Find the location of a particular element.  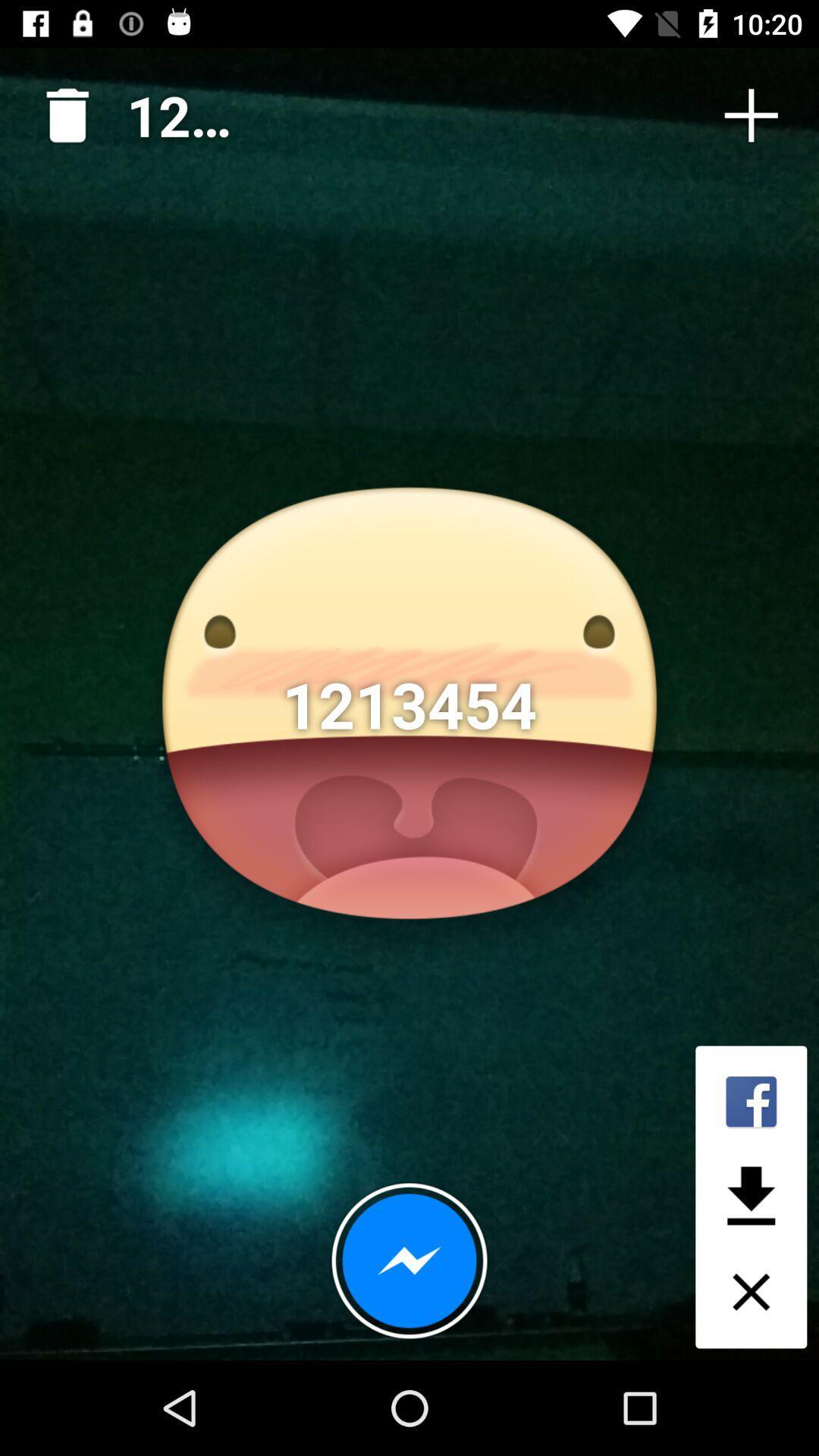

the close icon is located at coordinates (751, 1291).